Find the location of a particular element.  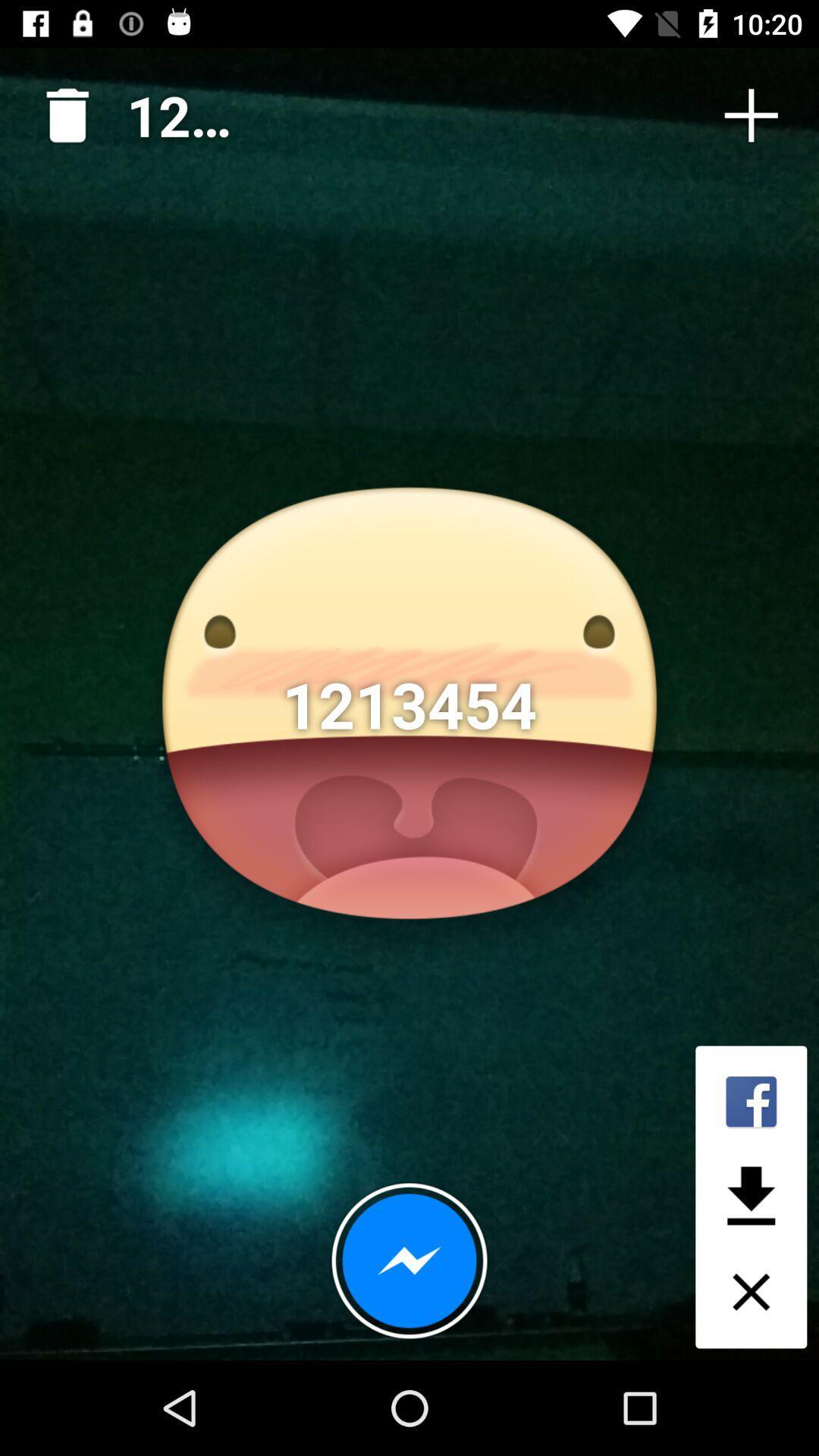

the close icon is located at coordinates (751, 1291).